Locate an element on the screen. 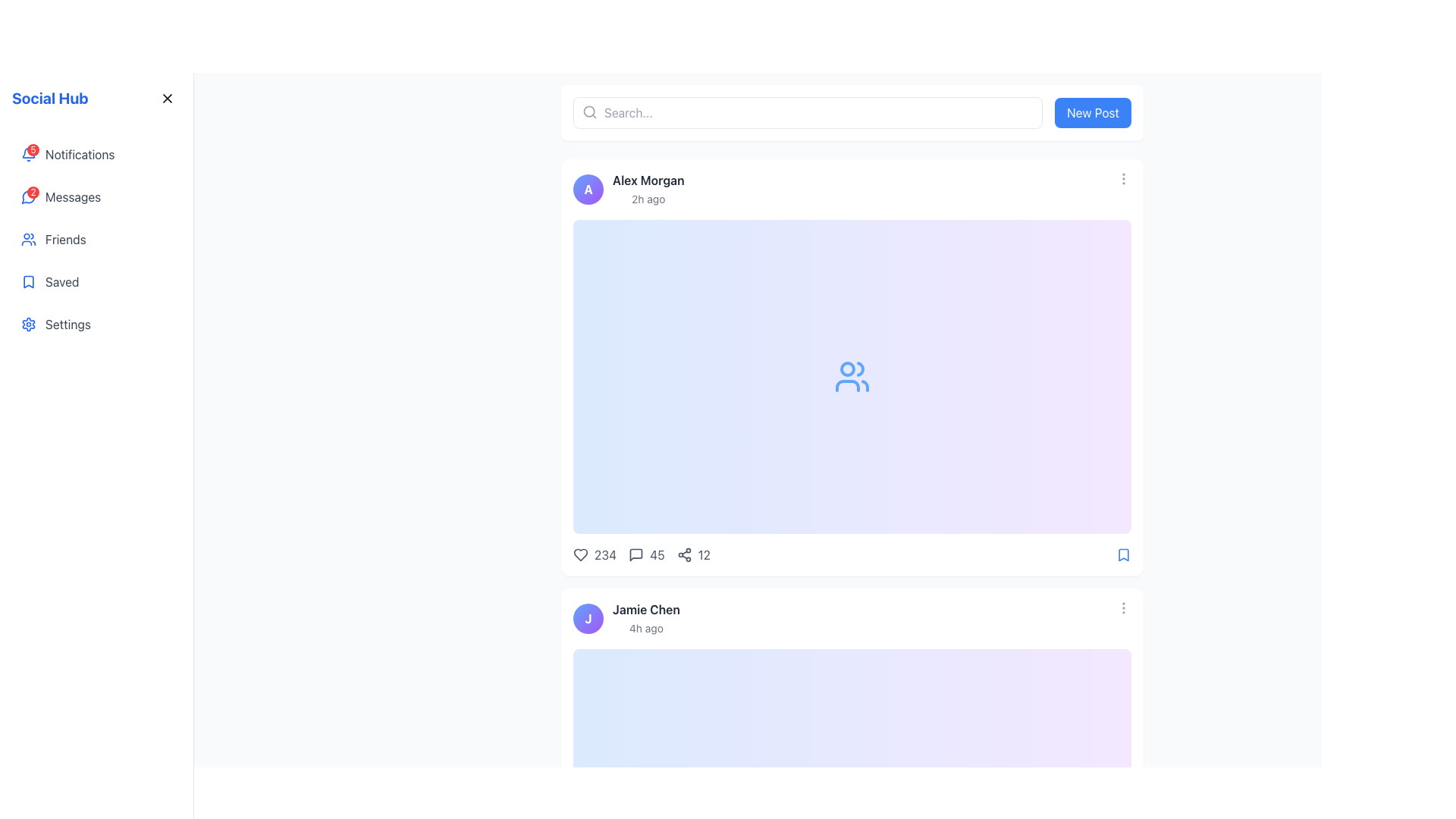 This screenshot has height=819, width=1456. the red circular badge on the blue notification bell icon in the left sidebar is located at coordinates (29, 155).